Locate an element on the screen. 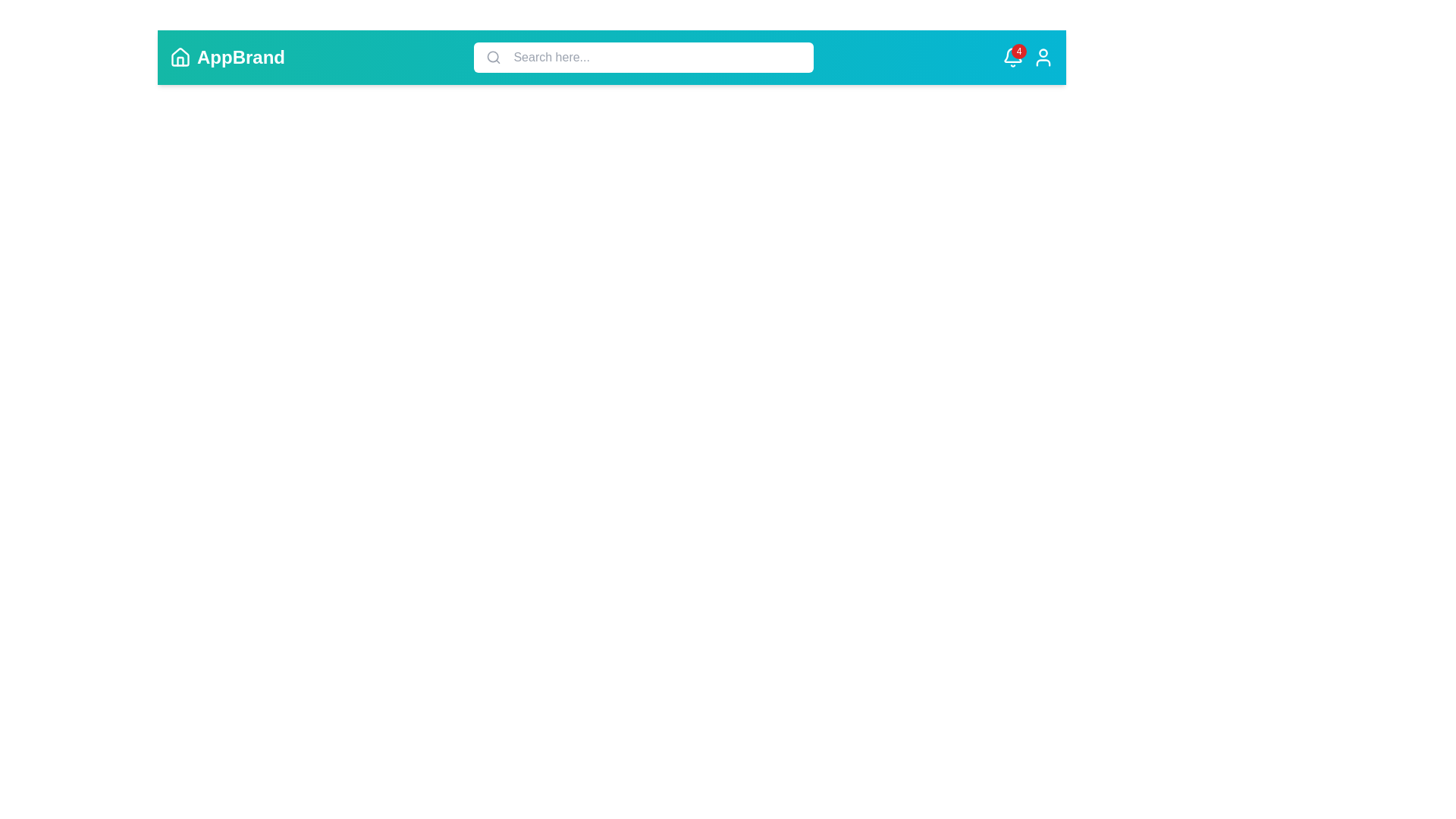 This screenshot has height=819, width=1456. the user icon to interact with it is located at coordinates (1043, 57).